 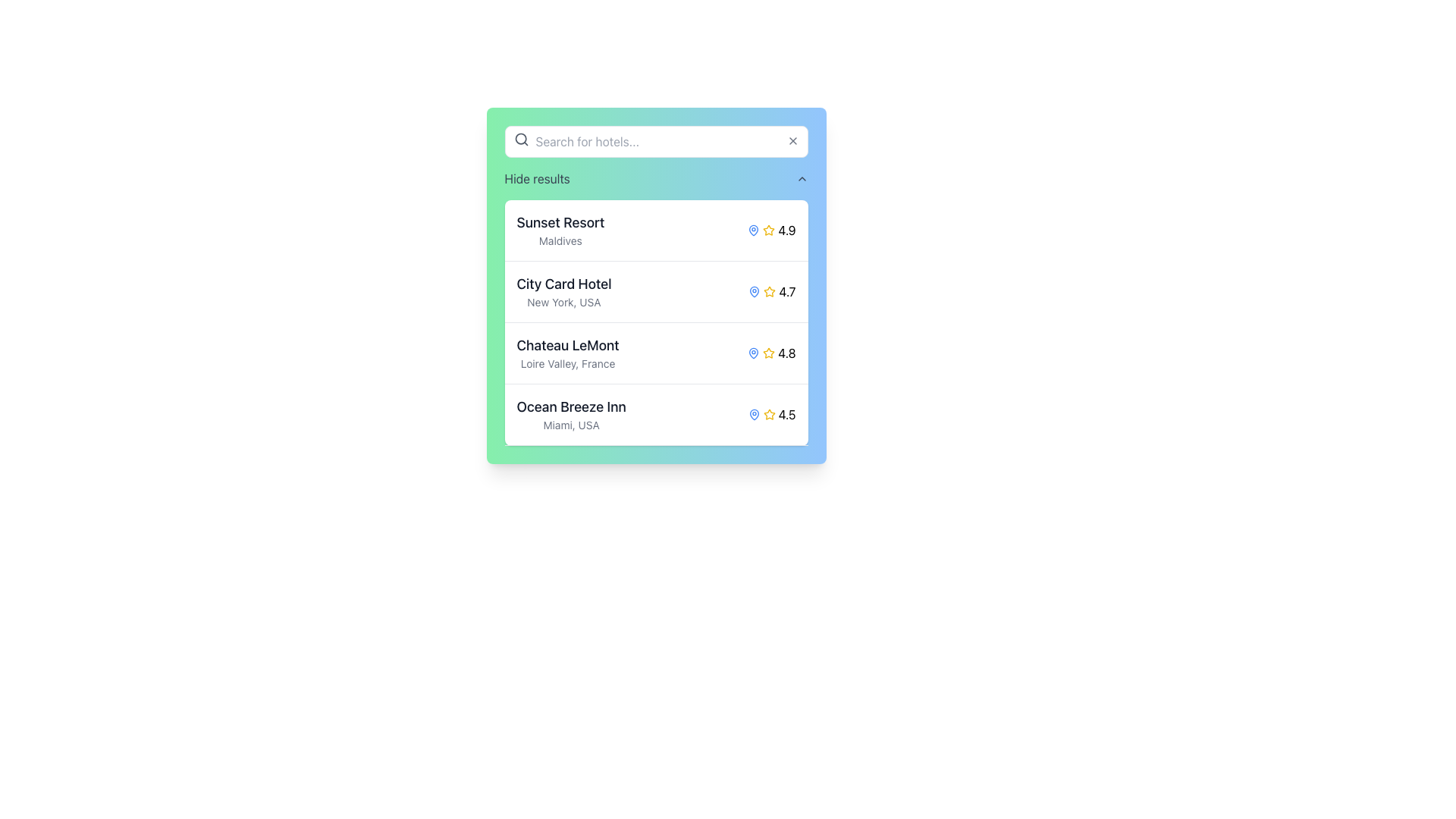 I want to click on the static text displaying '4.8' associated with the 'Chateau LeMont' entry in the hotel list, so click(x=786, y=353).